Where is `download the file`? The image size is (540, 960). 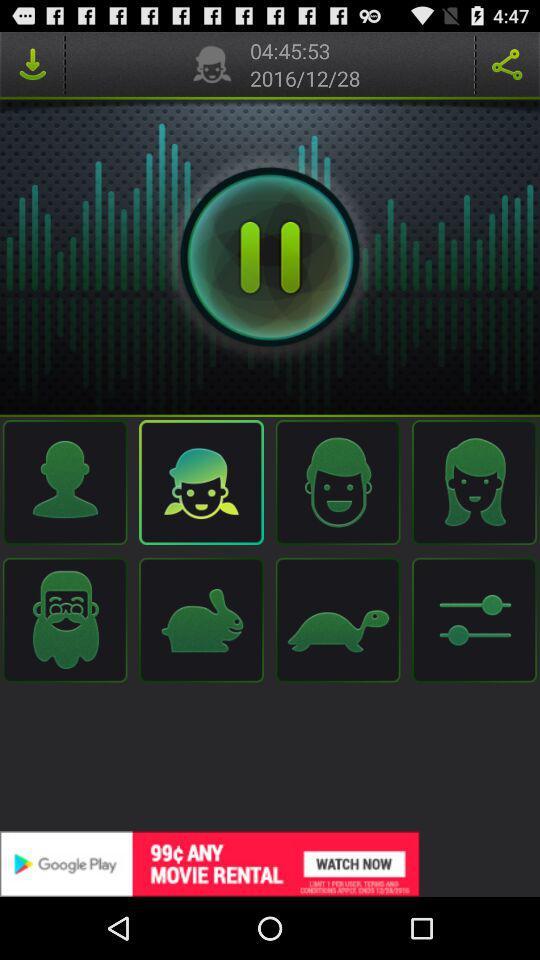 download the file is located at coordinates (31, 64).